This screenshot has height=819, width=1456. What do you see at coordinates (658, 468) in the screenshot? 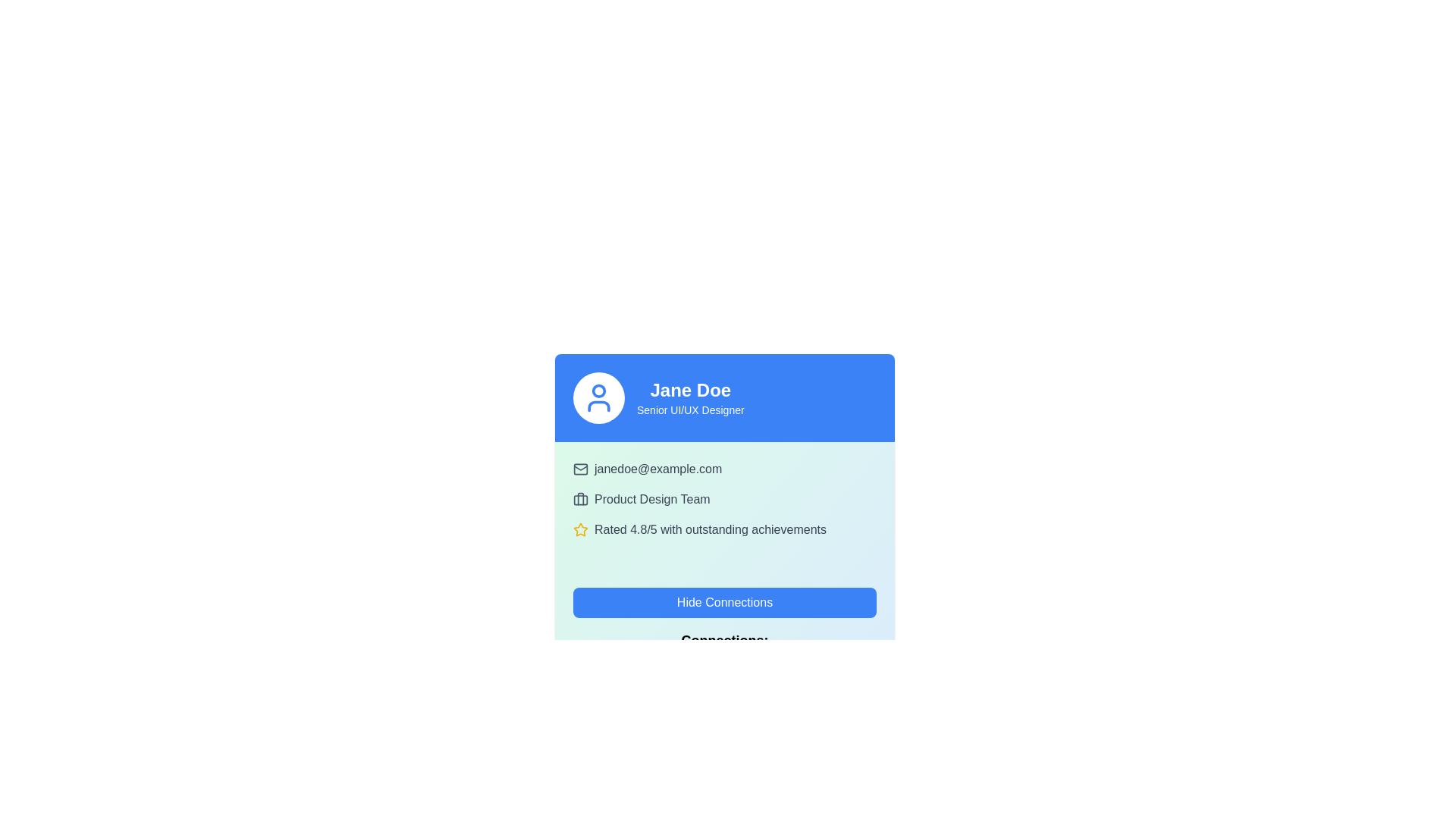
I see `the static text display showing the email address 'janedoe@example.com', which is styled in gray and positioned to the right of an envelope icon within a vertical list` at bounding box center [658, 468].